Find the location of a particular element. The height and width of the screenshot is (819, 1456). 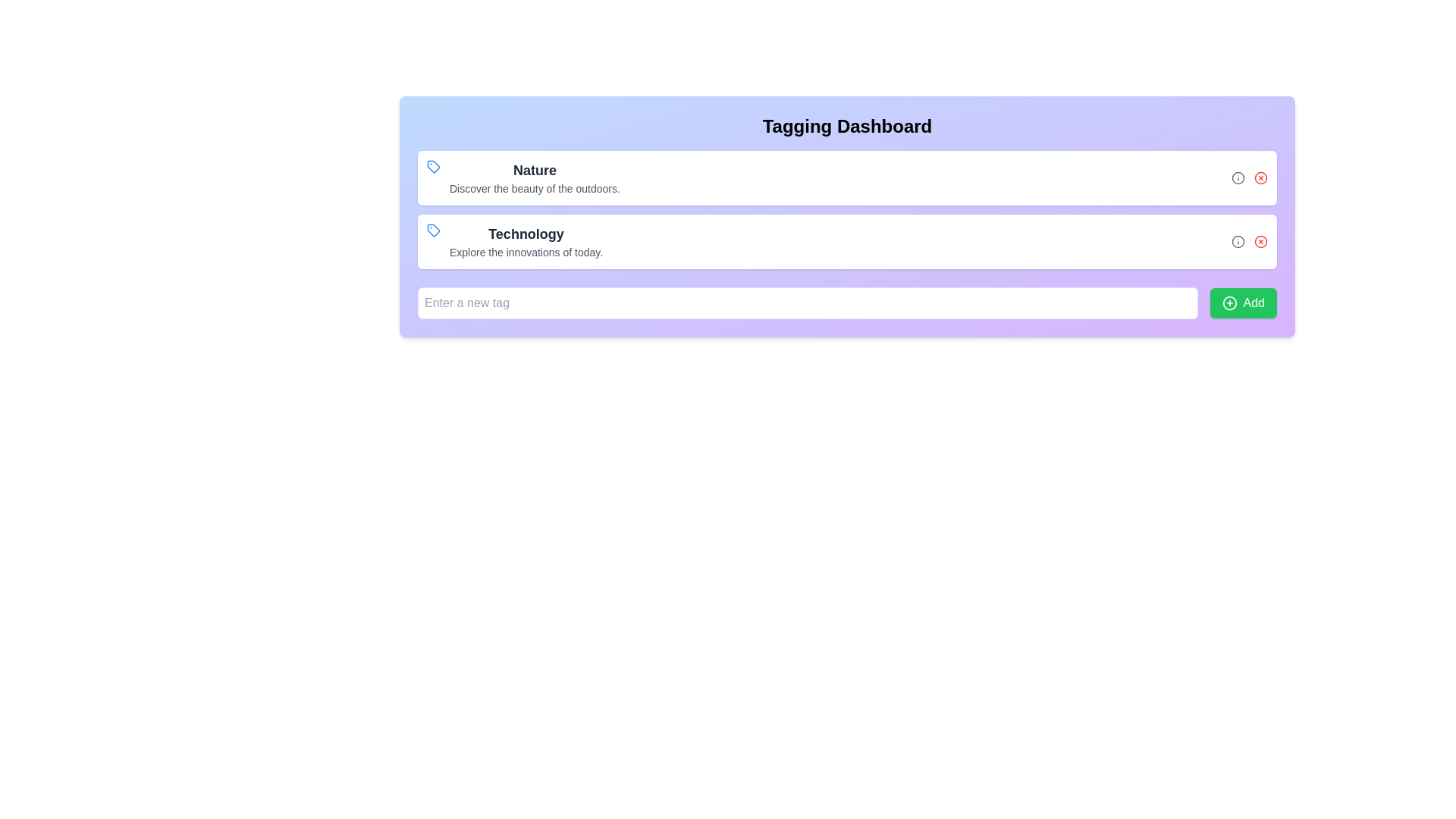

the red cross icon located on the right side of the Control Group in the Technology section is located at coordinates (1249, 241).